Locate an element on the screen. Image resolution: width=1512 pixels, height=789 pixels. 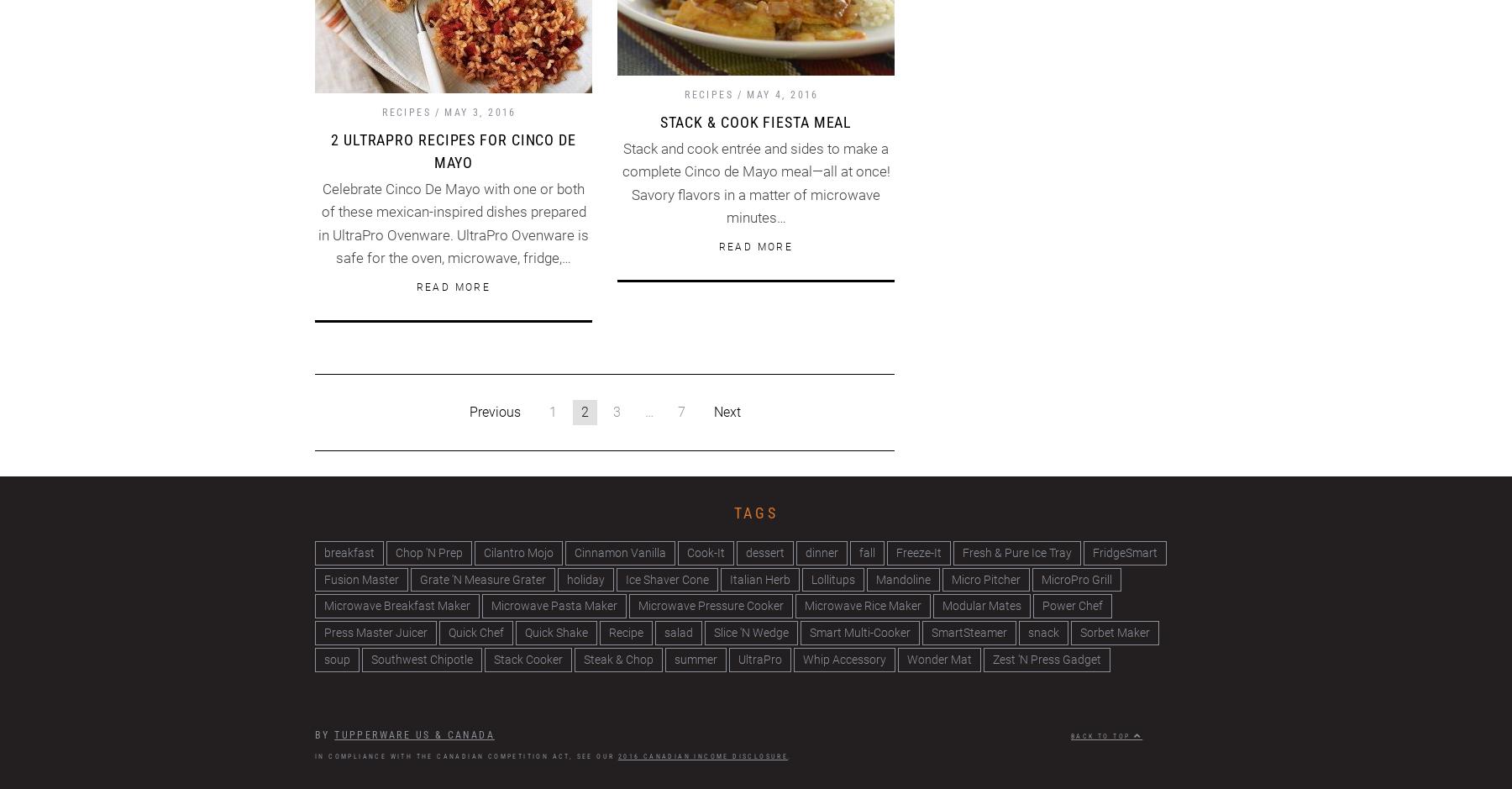
'holiday' is located at coordinates (585, 578).